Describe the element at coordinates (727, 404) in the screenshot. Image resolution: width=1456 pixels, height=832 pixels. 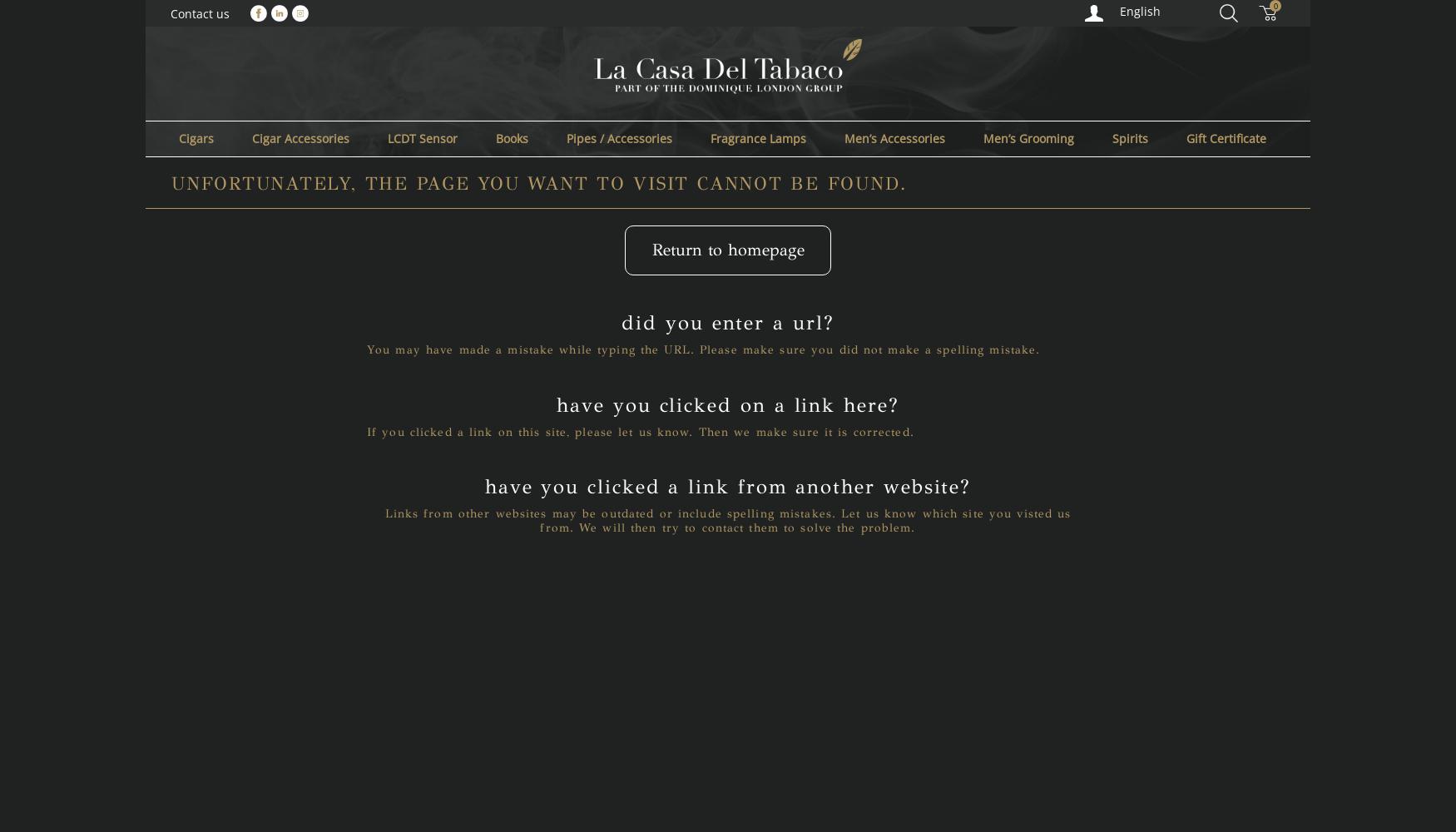
I see `'Have you clicked on a link here?'` at that location.